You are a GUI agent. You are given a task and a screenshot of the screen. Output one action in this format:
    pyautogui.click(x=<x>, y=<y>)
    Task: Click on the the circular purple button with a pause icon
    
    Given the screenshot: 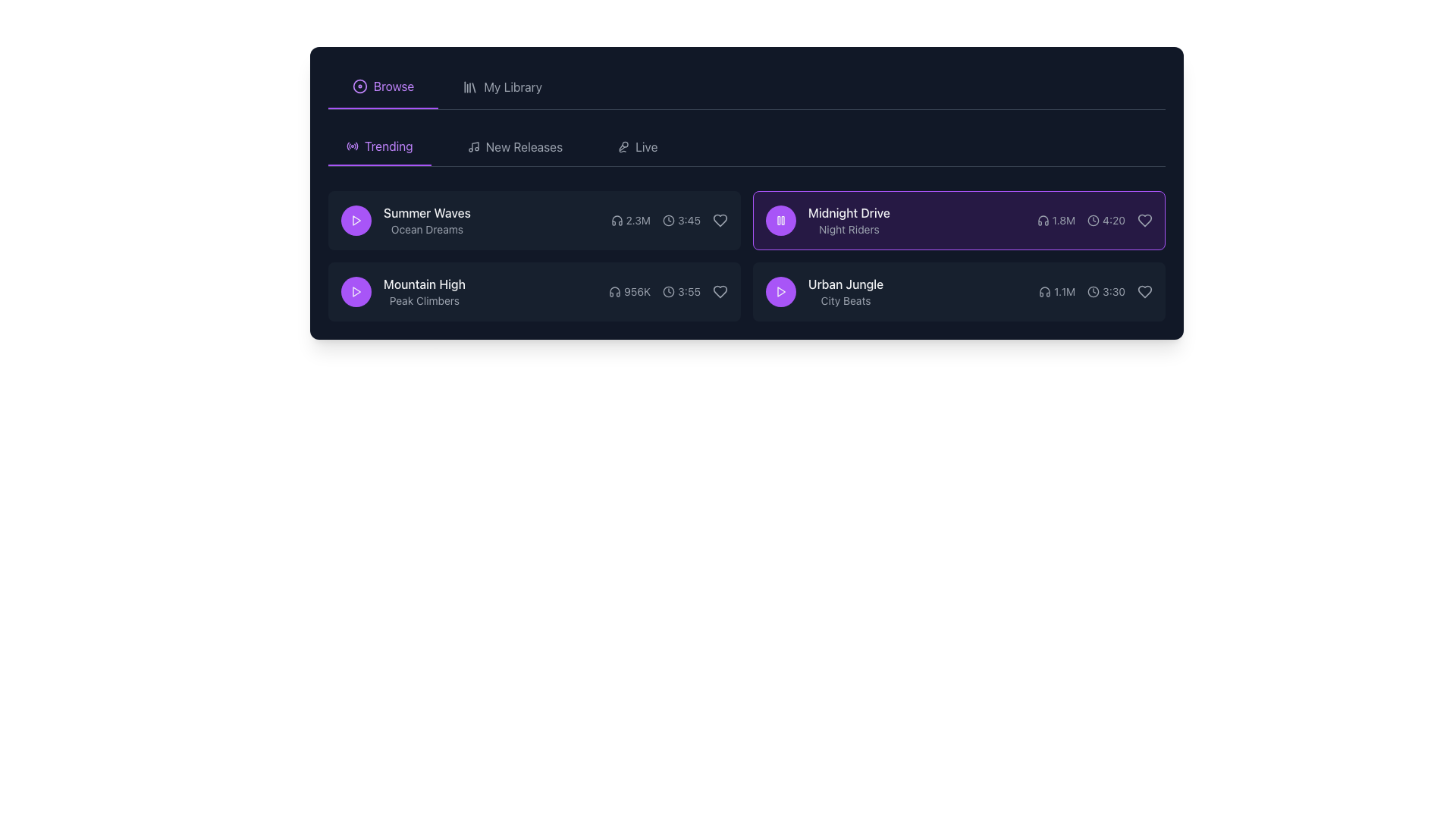 What is the action you would take?
    pyautogui.click(x=781, y=220)
    